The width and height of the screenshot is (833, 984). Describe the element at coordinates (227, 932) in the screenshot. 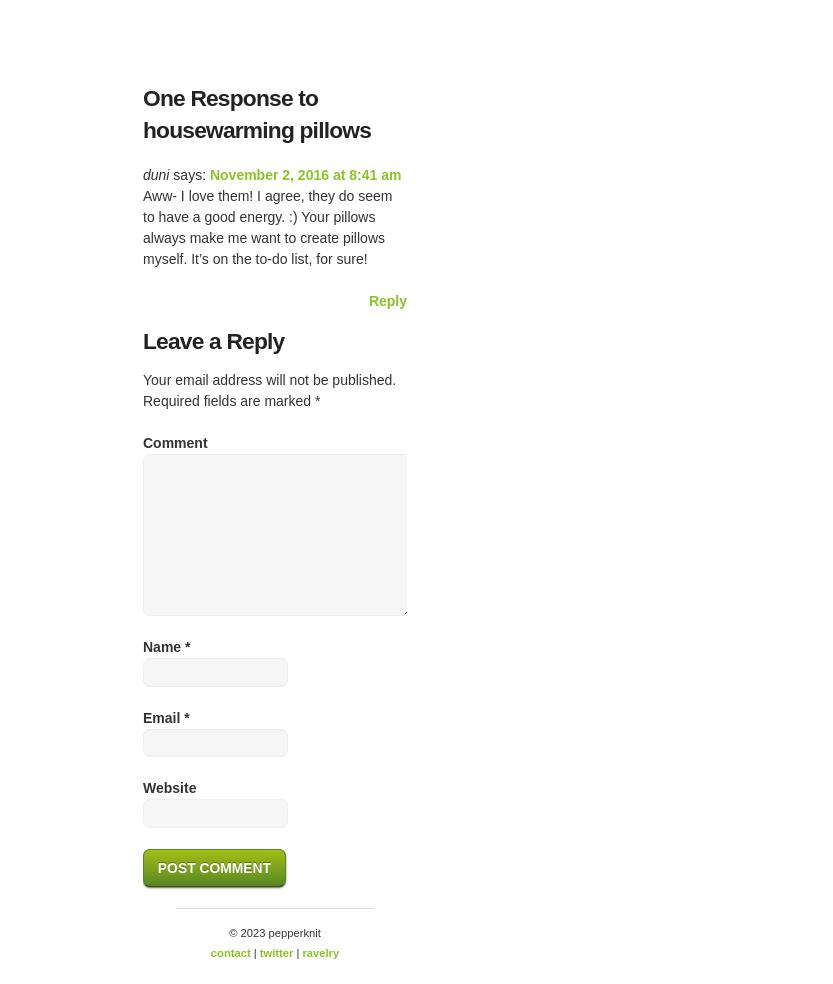

I see `'© 2023 pepperknit'` at that location.